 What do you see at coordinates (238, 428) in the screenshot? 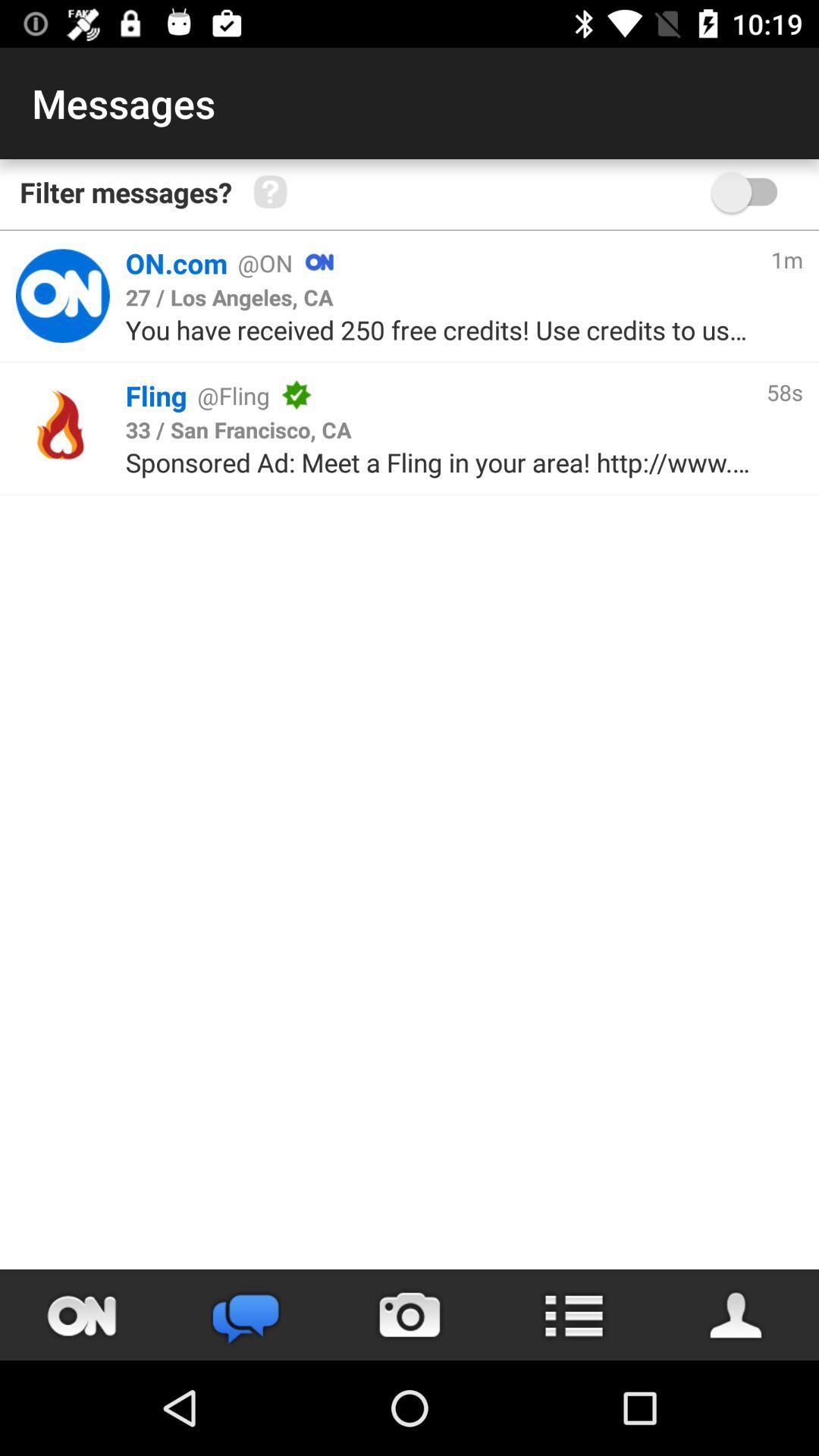
I see `the icon above sponsored ad meet` at bounding box center [238, 428].